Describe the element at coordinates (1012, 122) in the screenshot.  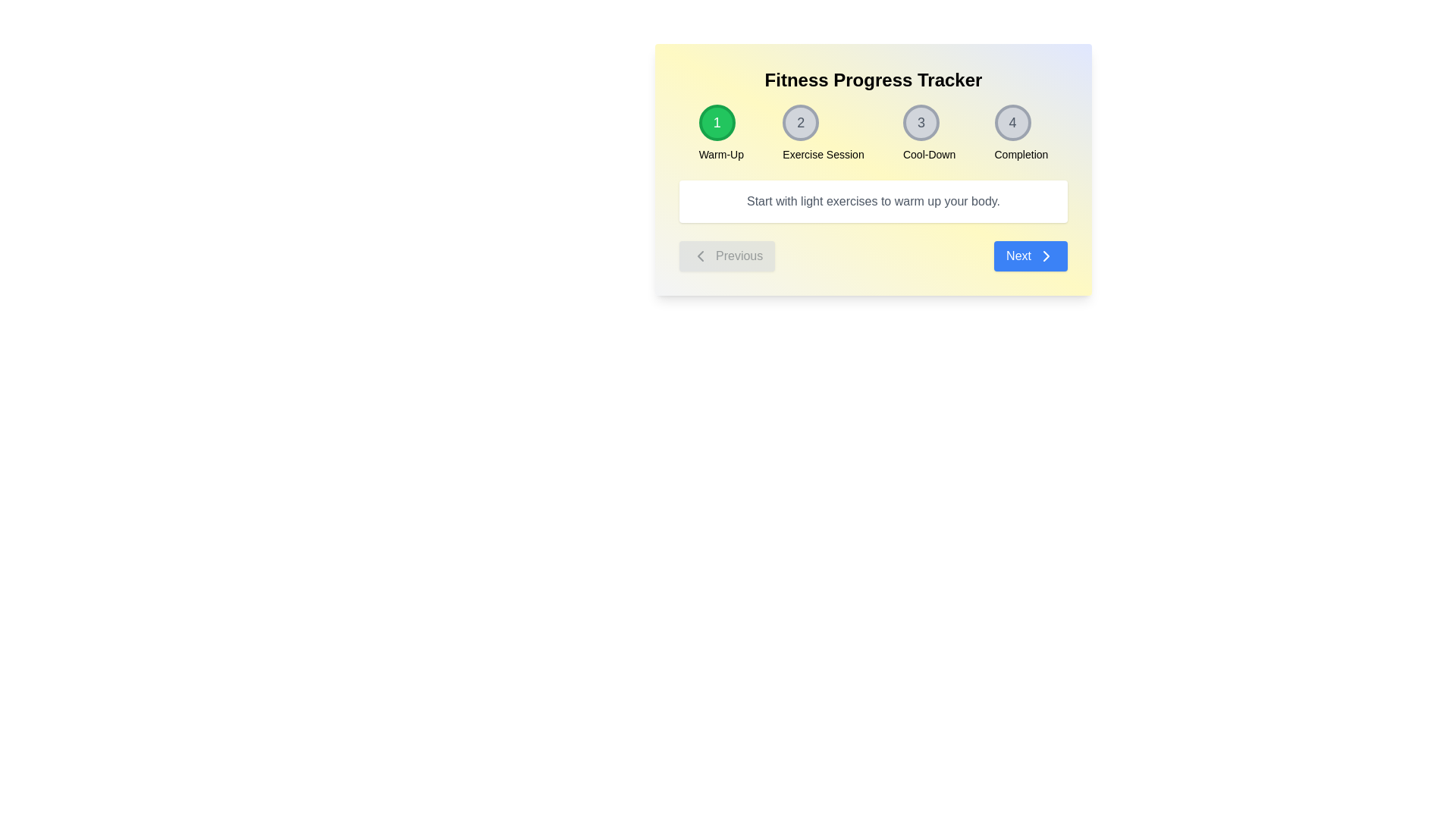
I see `the 'Completion' button, which is the fourth circular progress indicator in the header section` at that location.